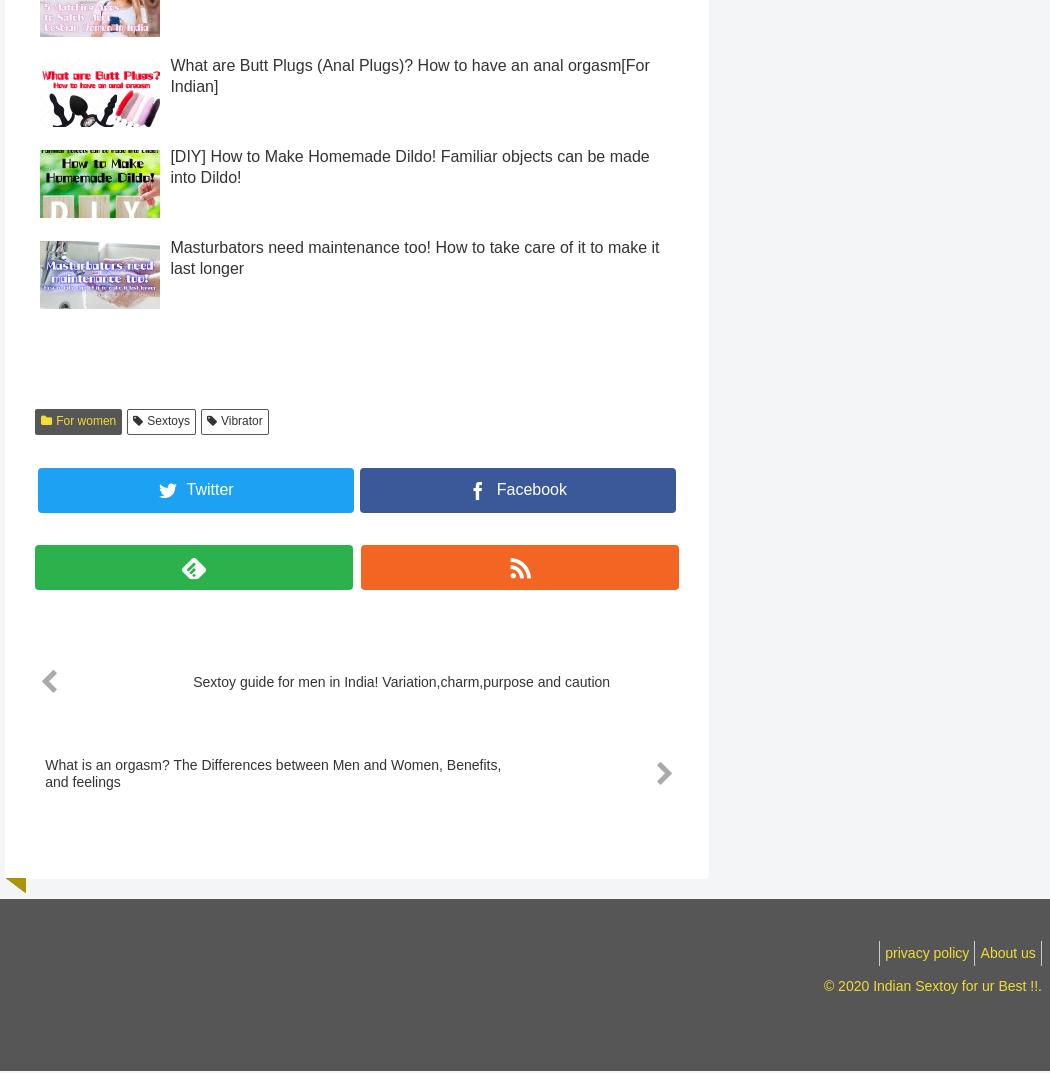 The height and width of the screenshot is (1073, 1050). Describe the element at coordinates (1002, 988) in the screenshot. I see `'About us'` at that location.